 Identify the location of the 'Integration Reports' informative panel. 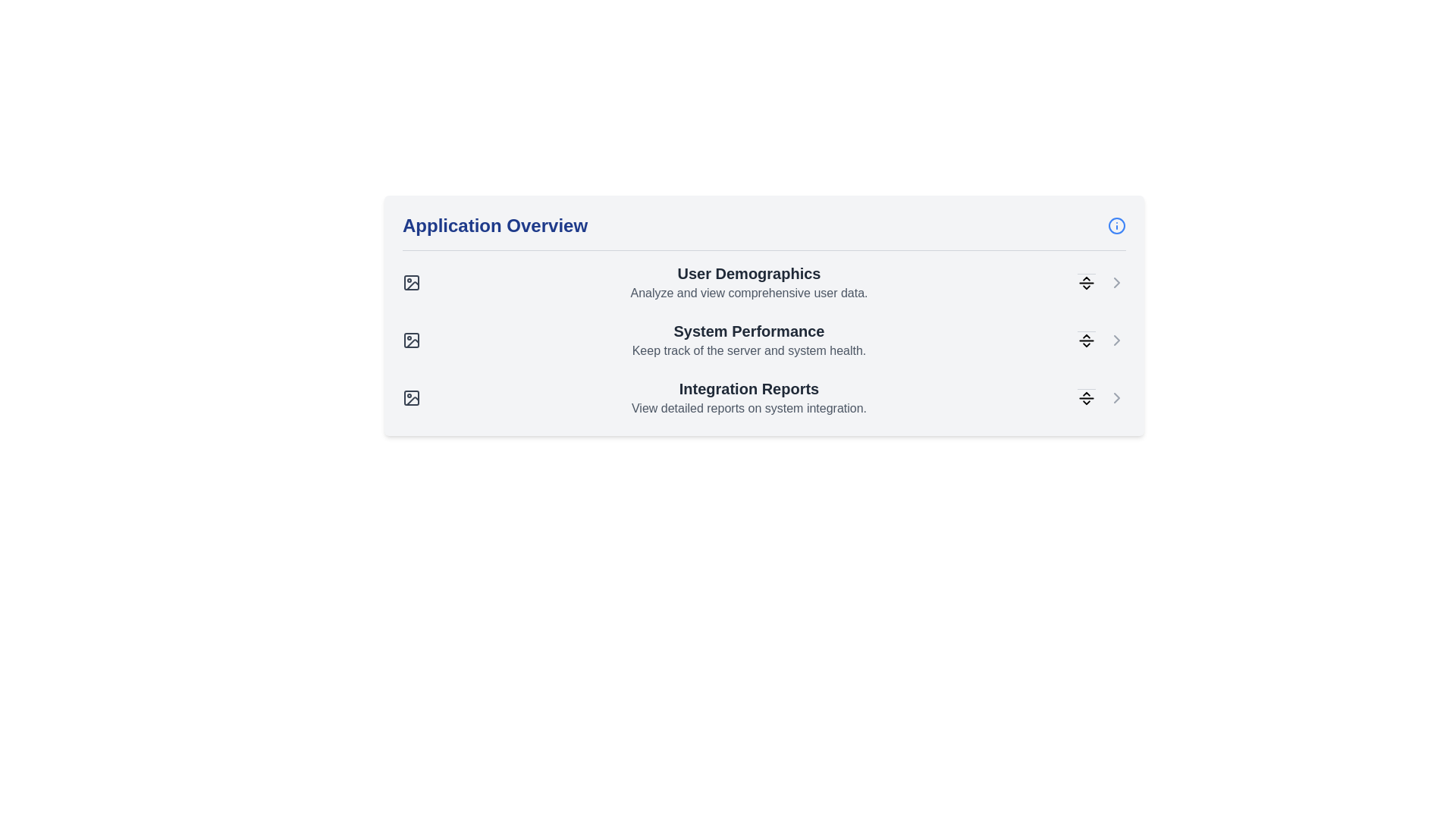
(764, 397).